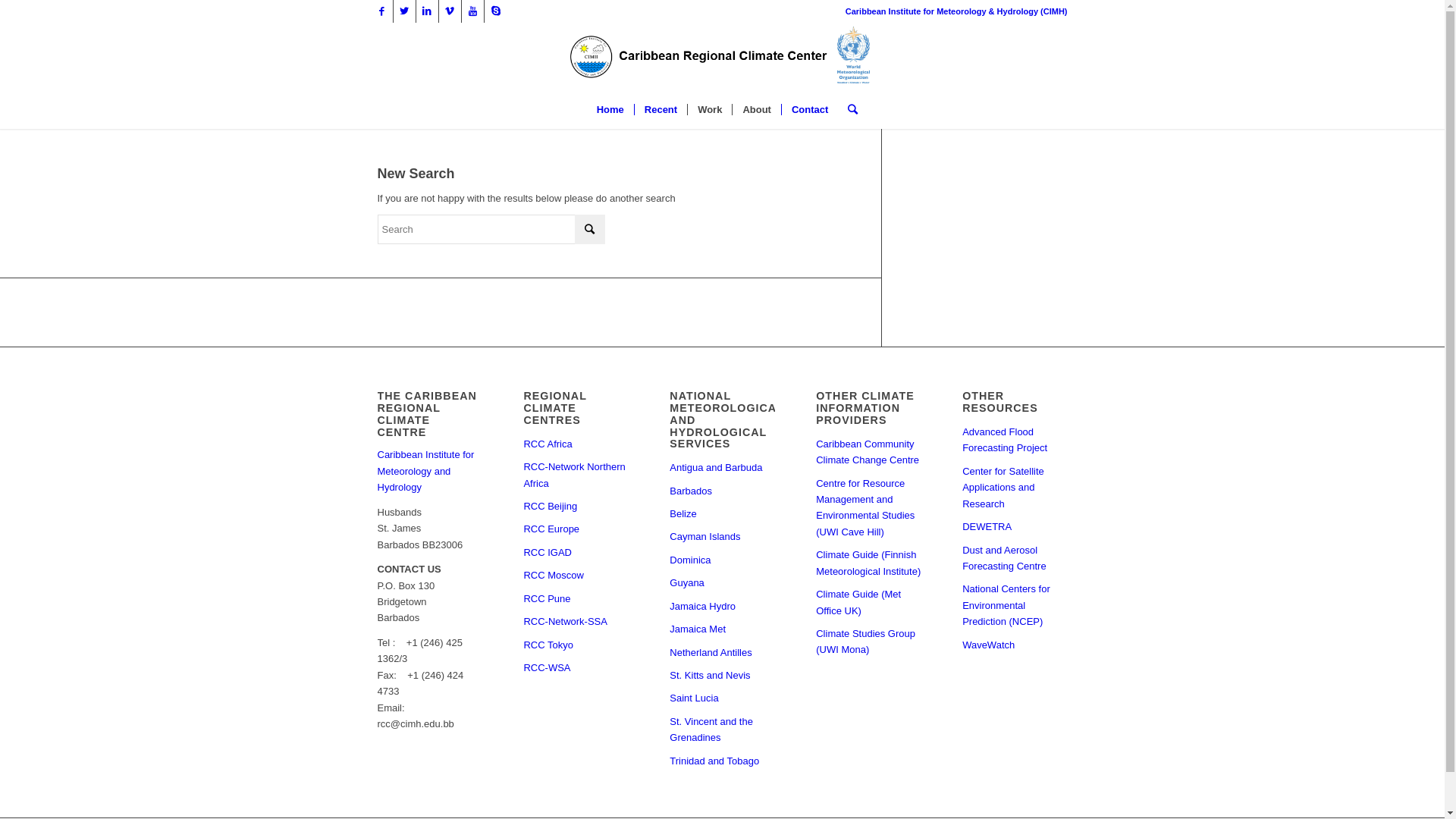 The width and height of the screenshot is (1456, 819). I want to click on 'Work', so click(686, 109).